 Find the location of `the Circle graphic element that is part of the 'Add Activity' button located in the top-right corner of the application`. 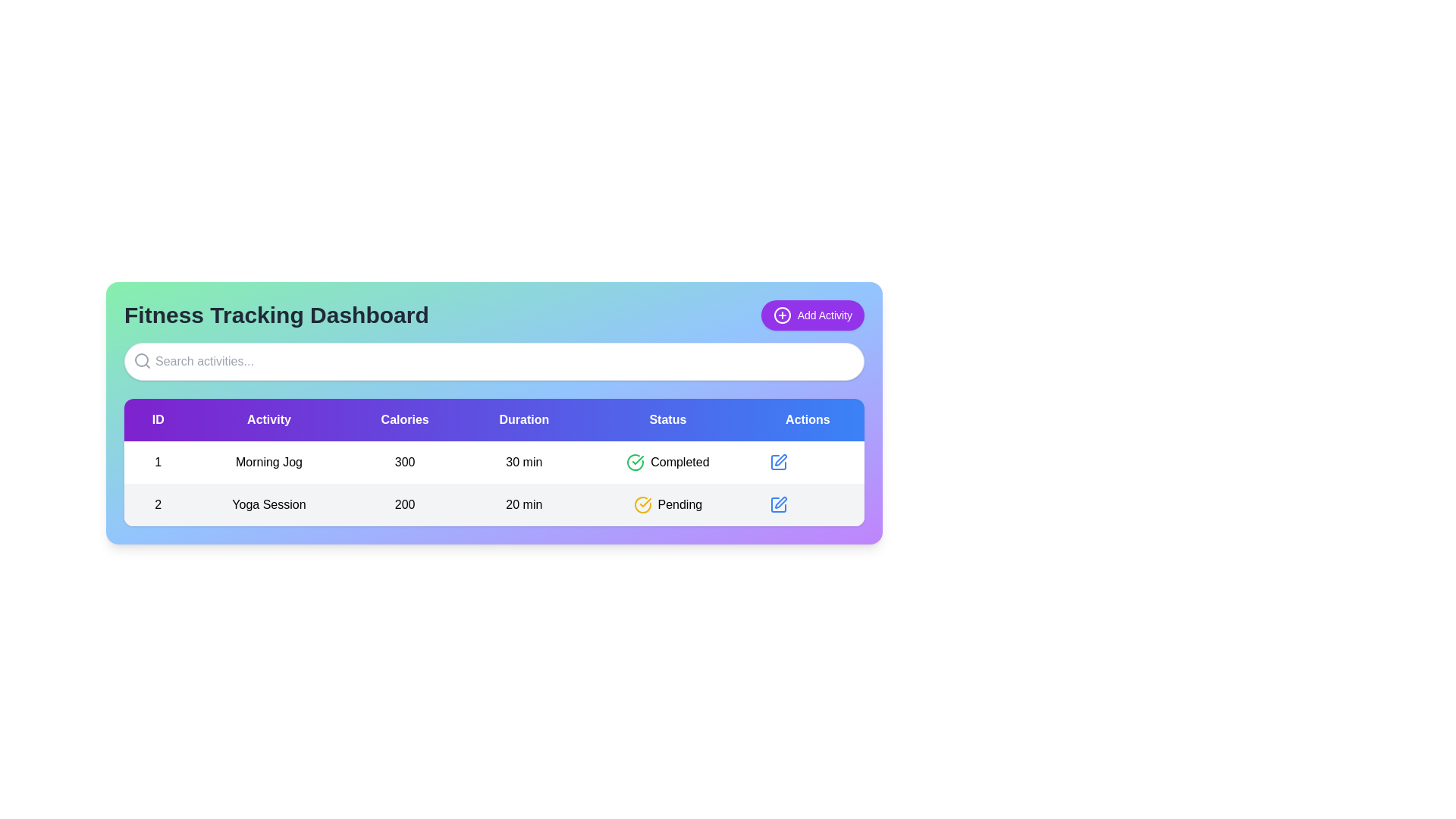

the Circle graphic element that is part of the 'Add Activity' button located in the top-right corner of the application is located at coordinates (782, 315).